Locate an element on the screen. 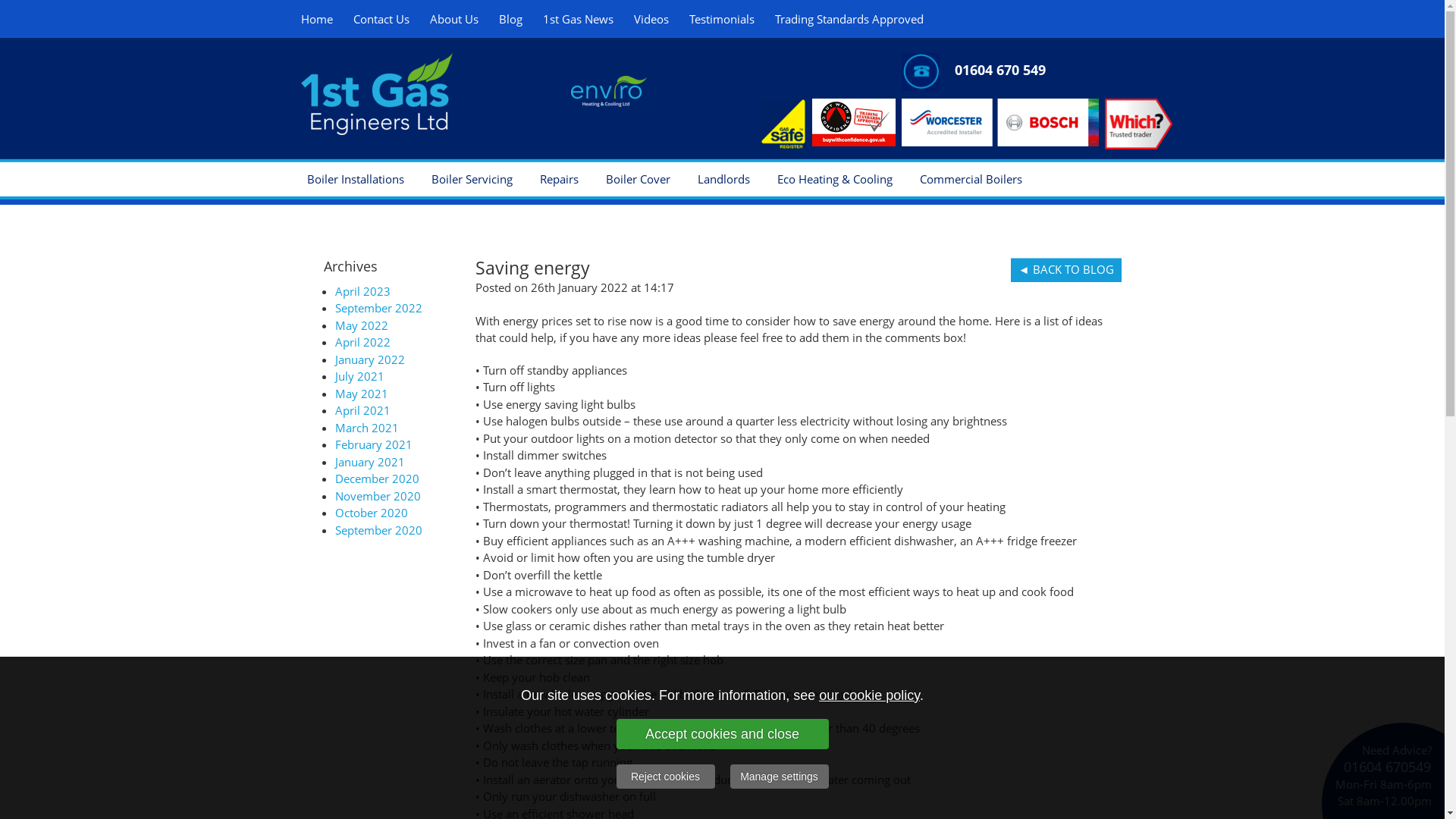 This screenshot has width=1456, height=819. '1st Gas News' is located at coordinates (577, 18).